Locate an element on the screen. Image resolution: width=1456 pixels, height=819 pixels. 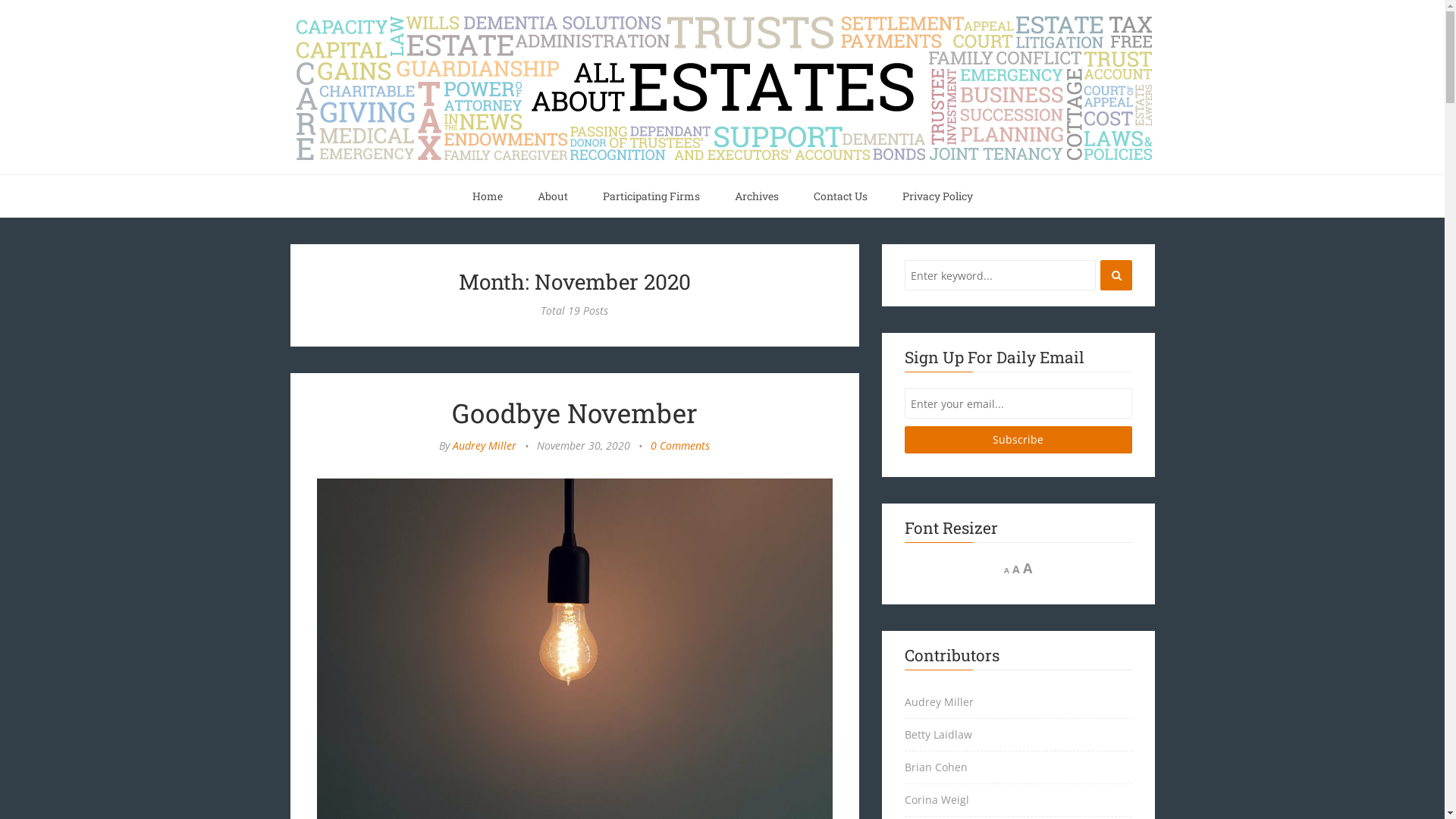
'Goodbye November' is located at coordinates (574, 412).